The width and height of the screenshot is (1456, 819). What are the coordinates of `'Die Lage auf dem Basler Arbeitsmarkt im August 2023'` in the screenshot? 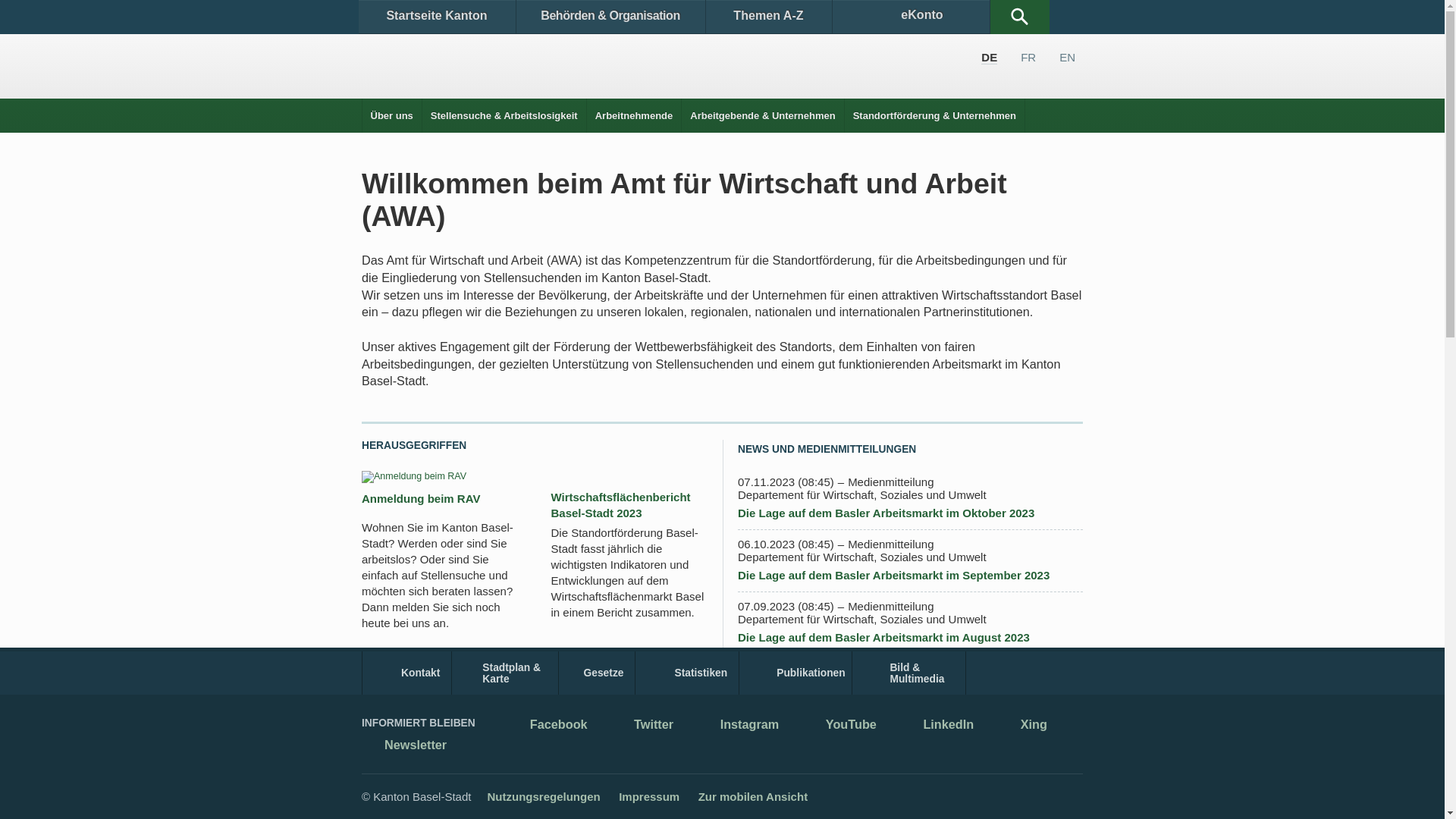 It's located at (883, 637).